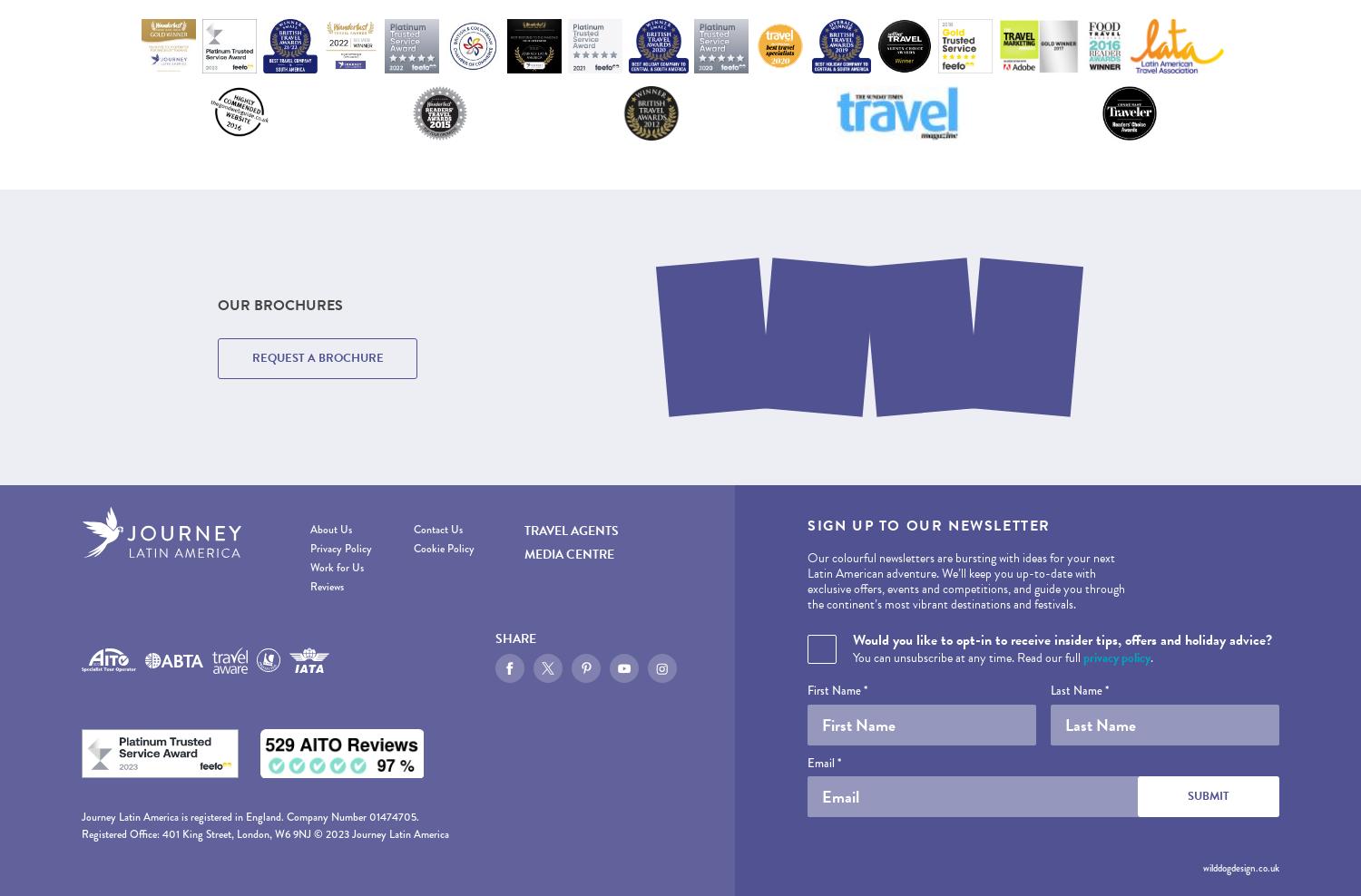 The height and width of the screenshot is (896, 1361). What do you see at coordinates (1116, 657) in the screenshot?
I see `'privacy policy'` at bounding box center [1116, 657].